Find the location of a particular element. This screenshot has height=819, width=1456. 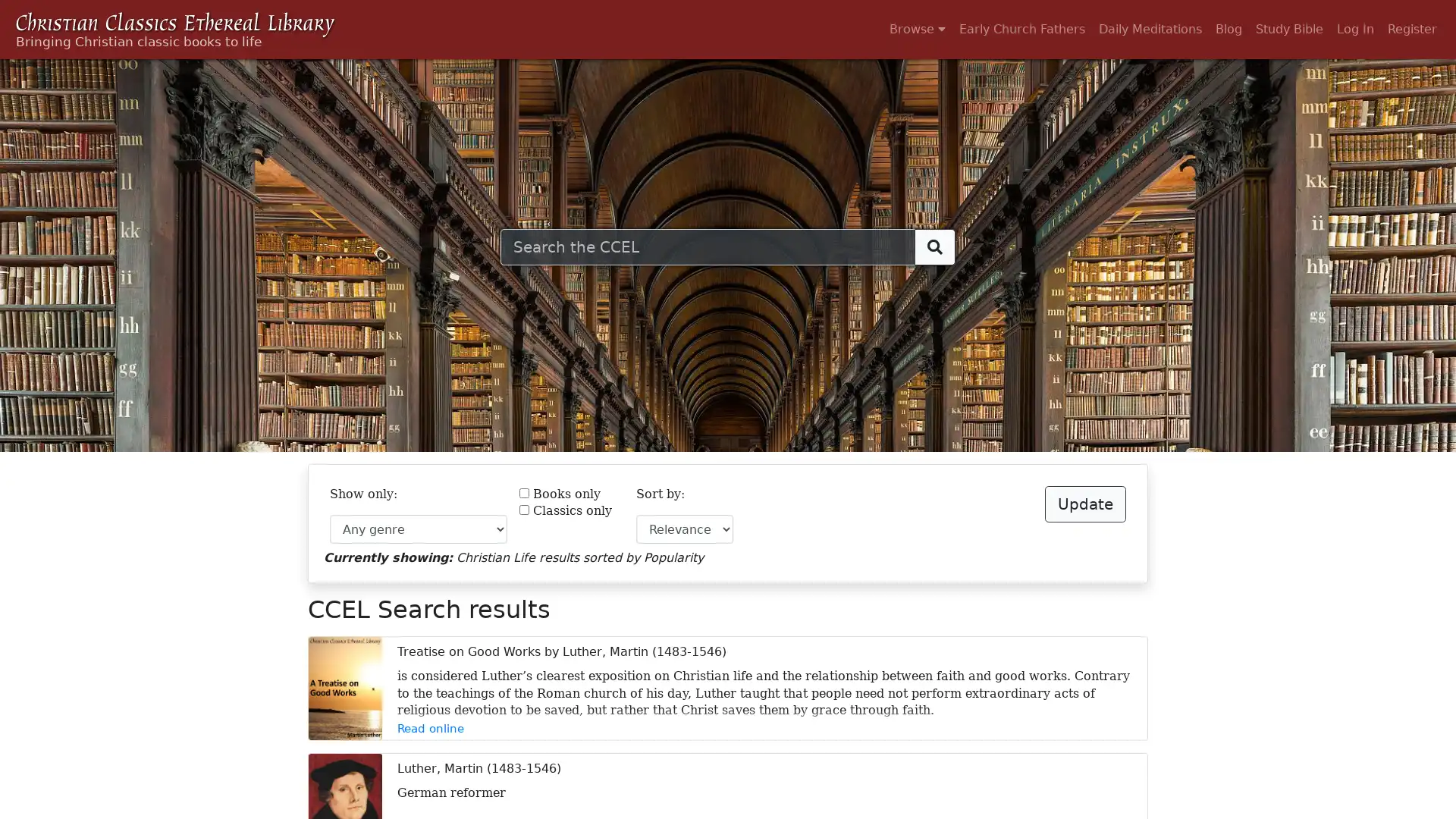

Early Church Fathers is located at coordinates (1022, 29).